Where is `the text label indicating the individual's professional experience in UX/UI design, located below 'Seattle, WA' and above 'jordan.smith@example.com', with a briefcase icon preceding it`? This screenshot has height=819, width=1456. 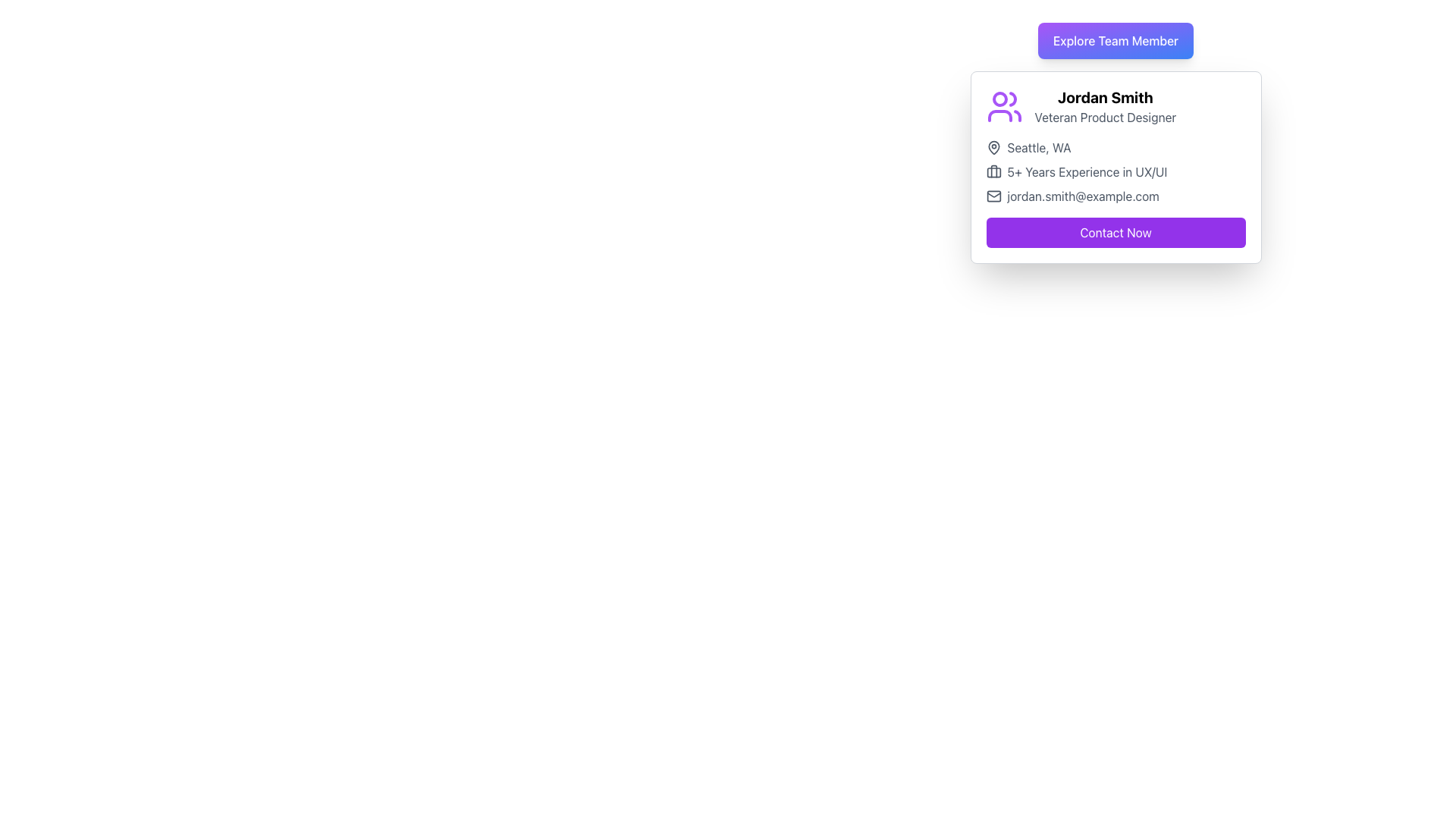 the text label indicating the individual's professional experience in UX/UI design, located below 'Seattle, WA' and above 'jordan.smith@example.com', with a briefcase icon preceding it is located at coordinates (1116, 171).